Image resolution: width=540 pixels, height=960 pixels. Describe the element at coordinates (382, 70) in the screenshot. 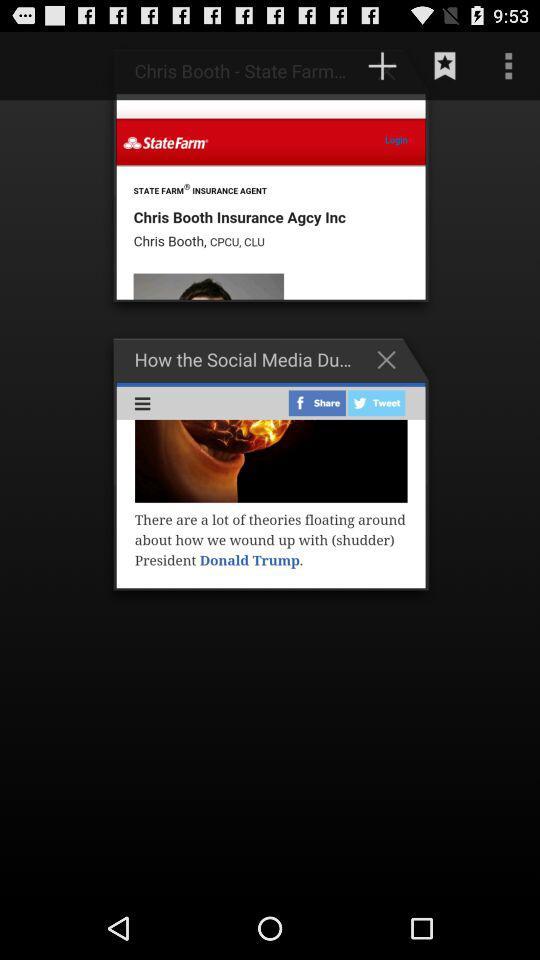

I see `the add icon` at that location.